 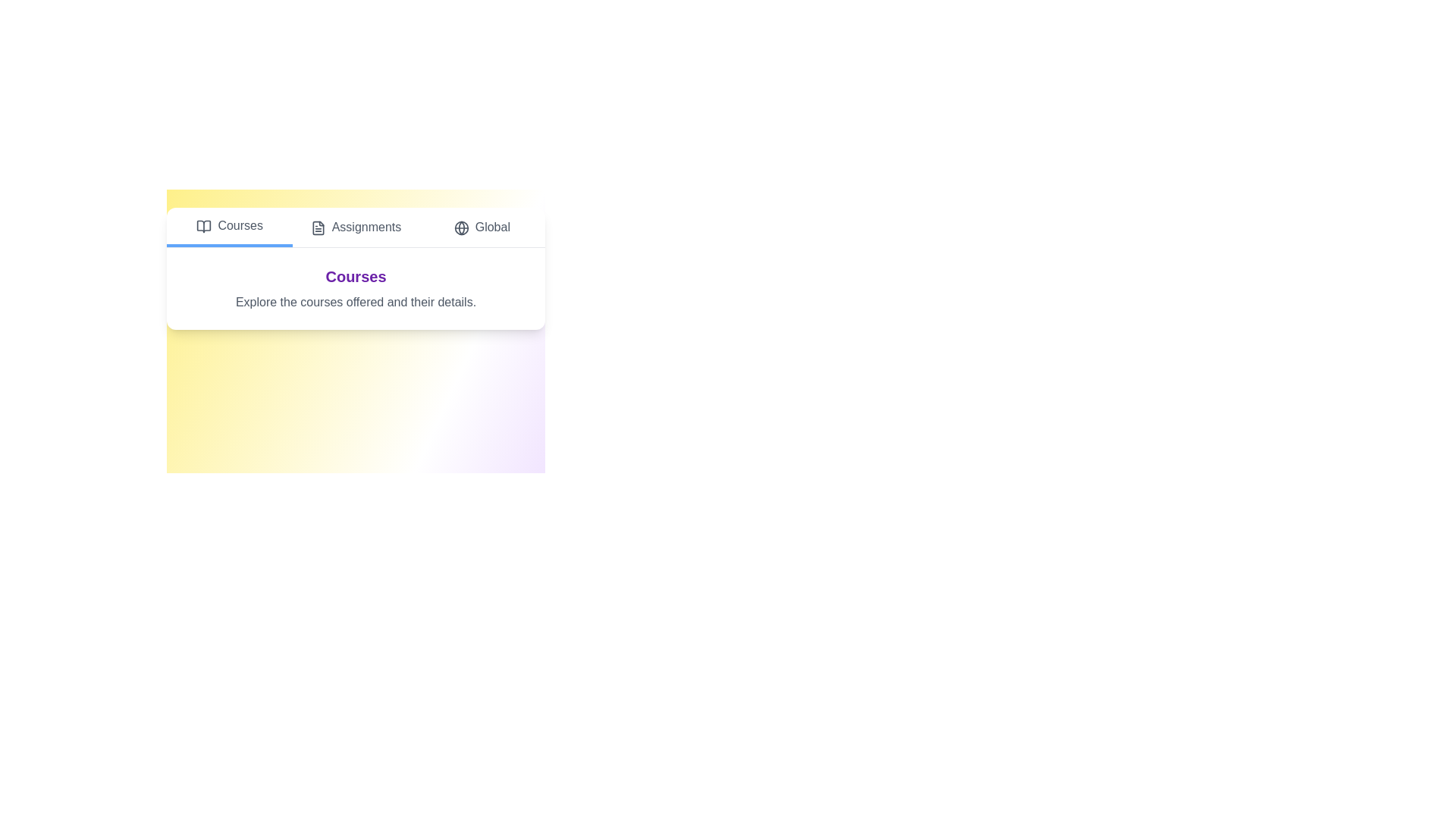 I want to click on the tab labeled 'Courses' to observe its hover effect, so click(x=228, y=227).